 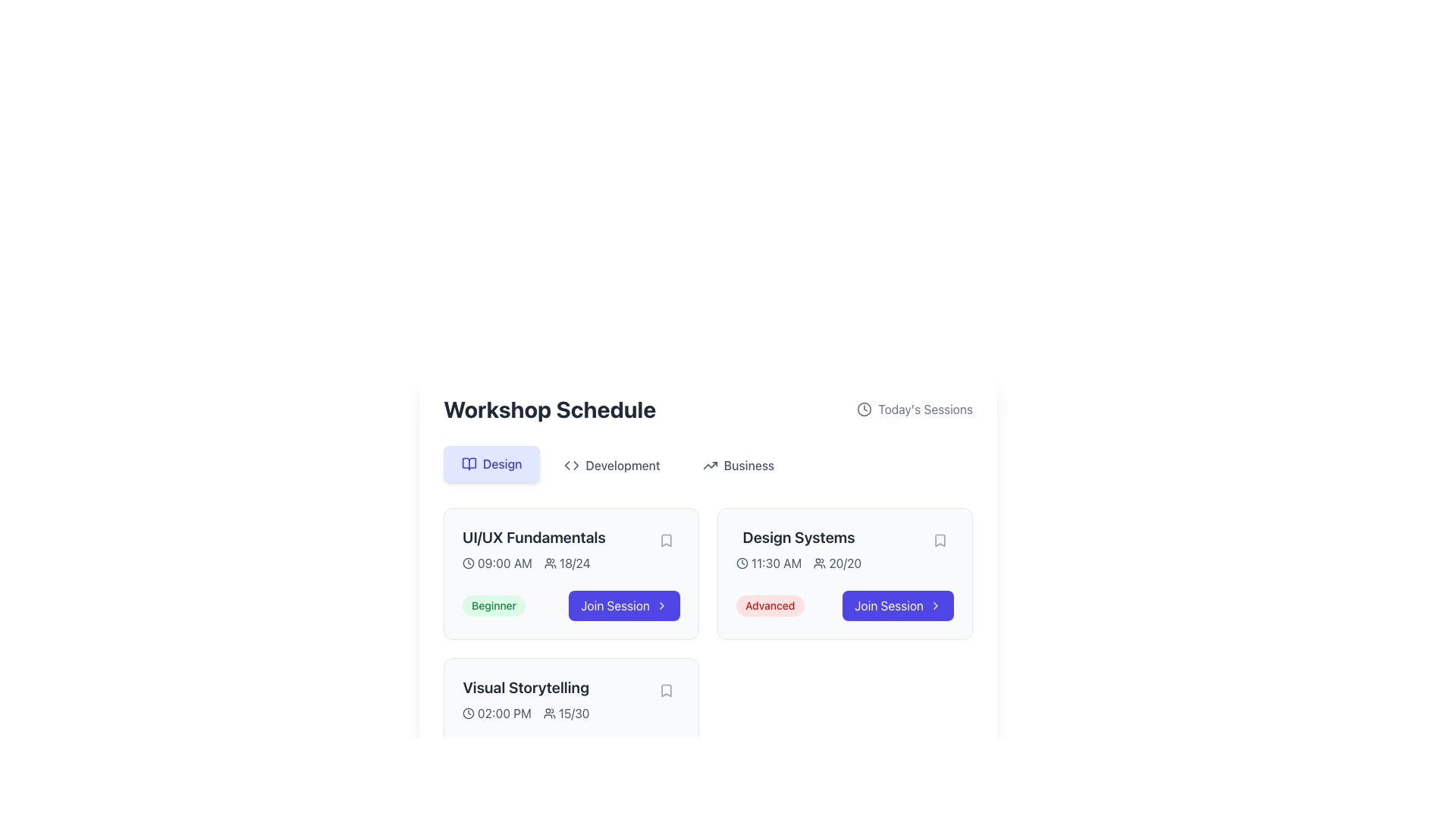 What do you see at coordinates (844, 604) in the screenshot?
I see `the 'Join Session' button, which is a blue rounded button with white text, located at the bottom right corner of the 'Design Systems' card` at bounding box center [844, 604].